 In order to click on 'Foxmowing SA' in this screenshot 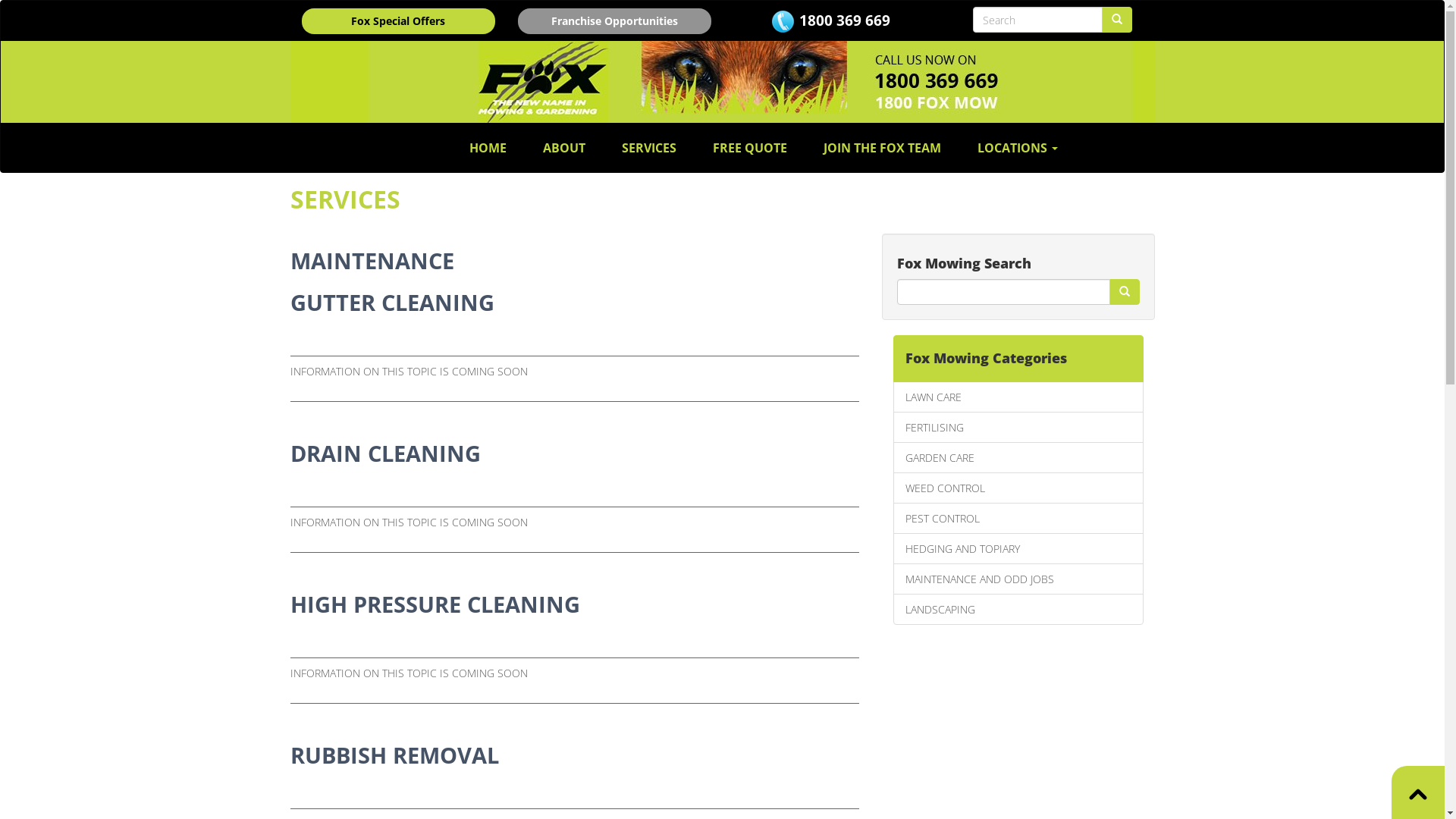, I will do `click(720, 82)`.